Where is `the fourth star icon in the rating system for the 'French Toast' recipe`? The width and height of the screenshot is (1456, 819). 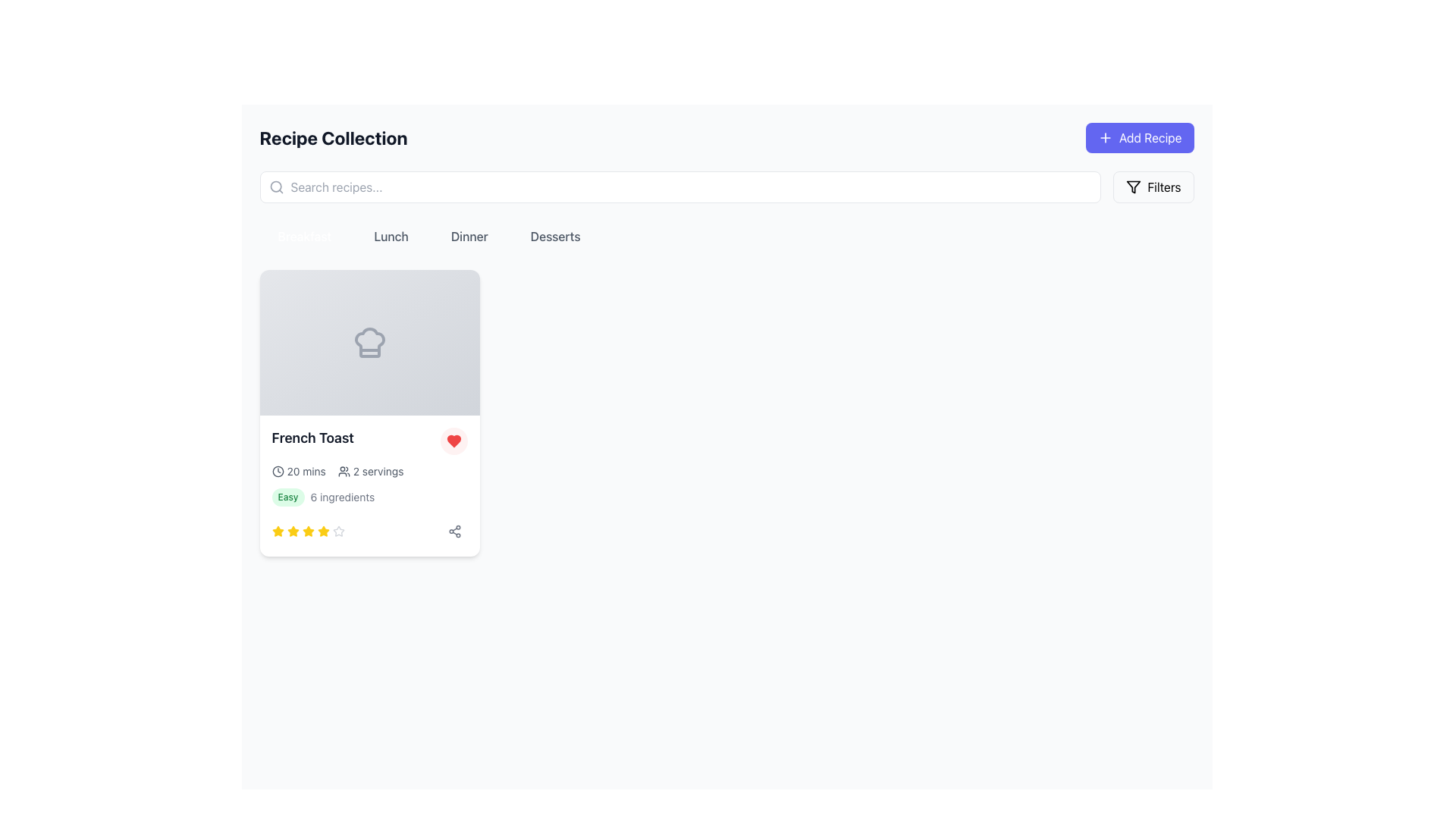
the fourth star icon in the rating system for the 'French Toast' recipe is located at coordinates (307, 531).